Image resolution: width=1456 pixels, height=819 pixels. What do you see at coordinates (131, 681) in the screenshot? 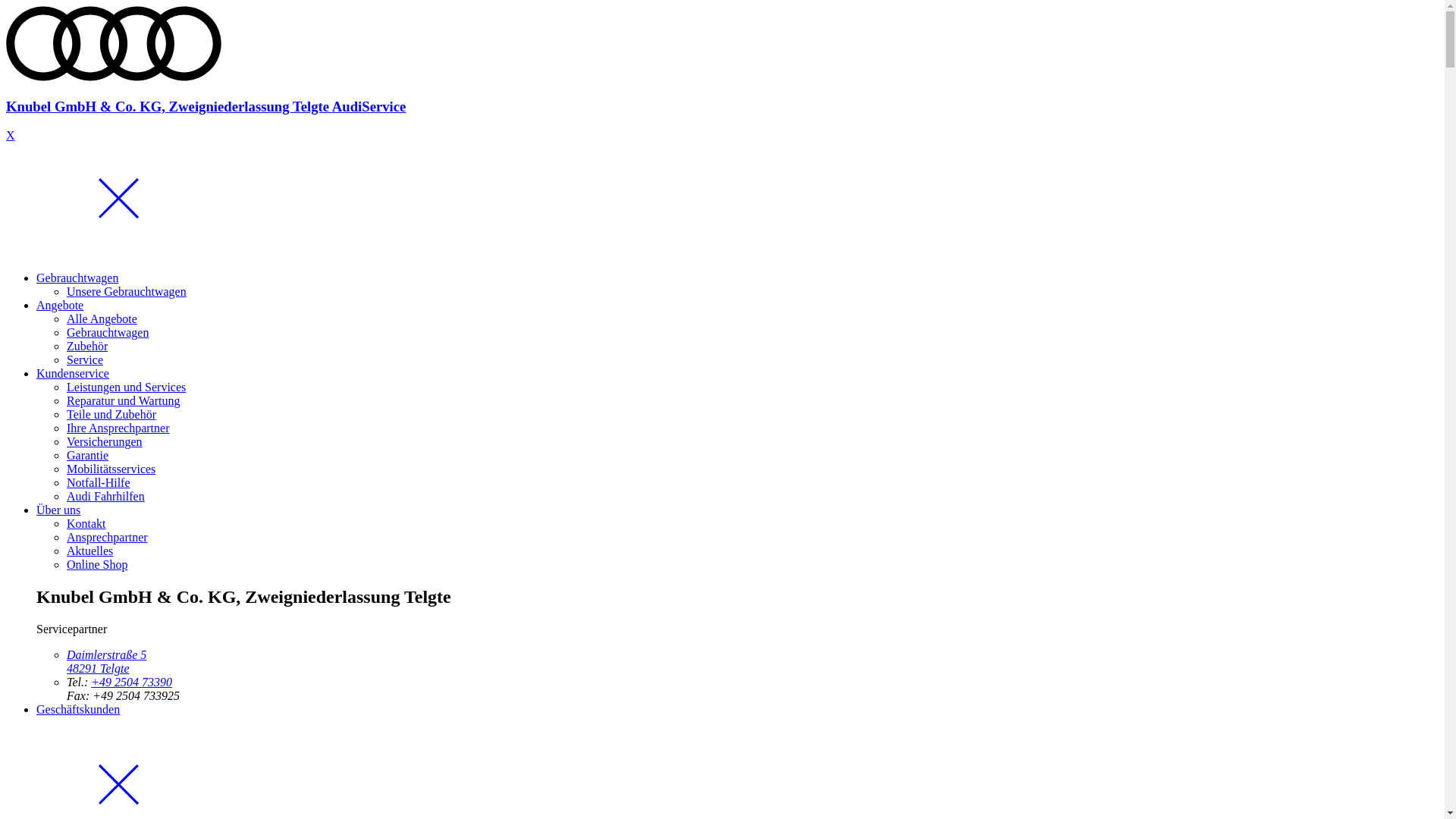
I see `'+49 2504 73390'` at bounding box center [131, 681].